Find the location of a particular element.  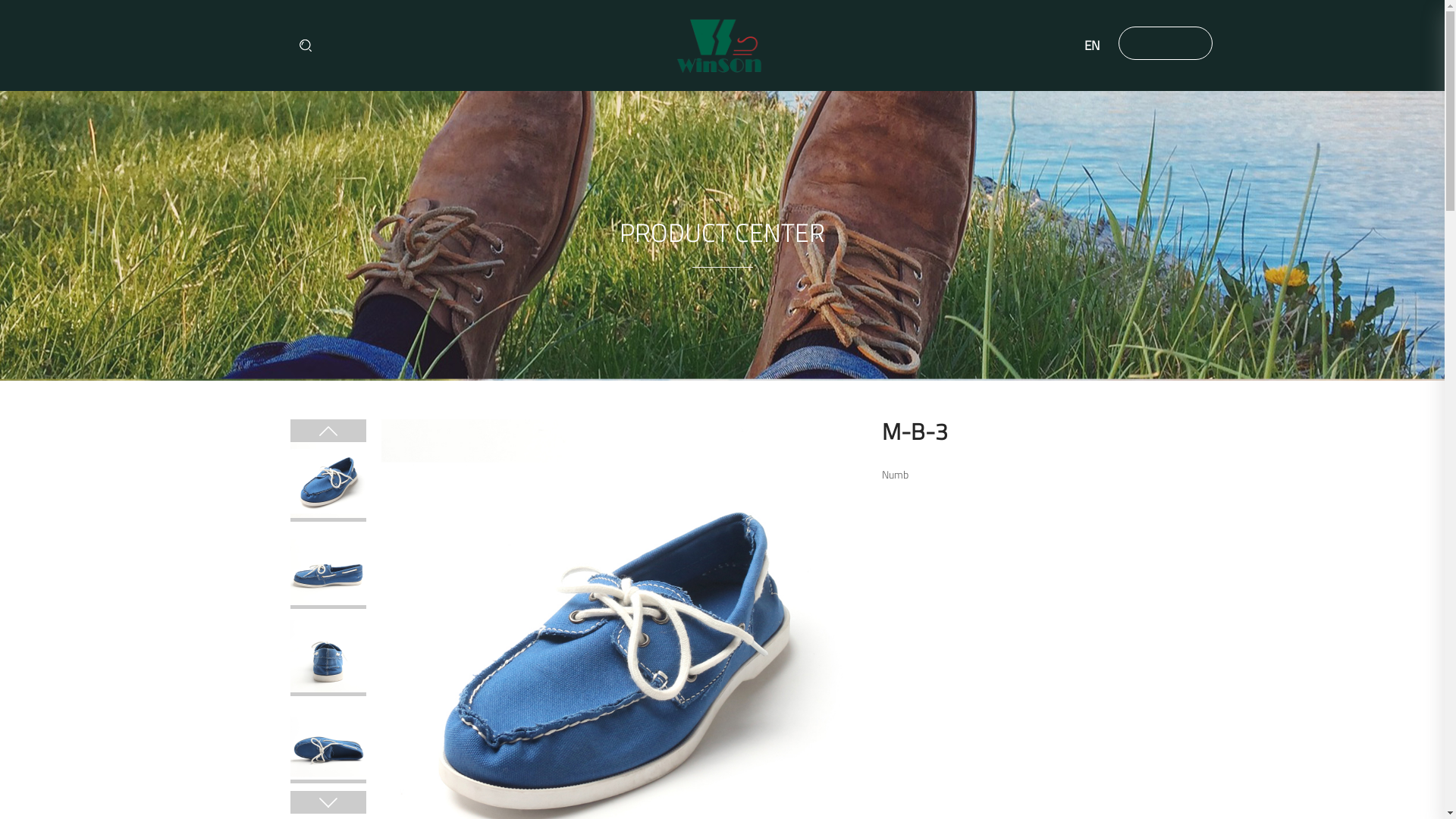

'EN' is located at coordinates (1065, 45).